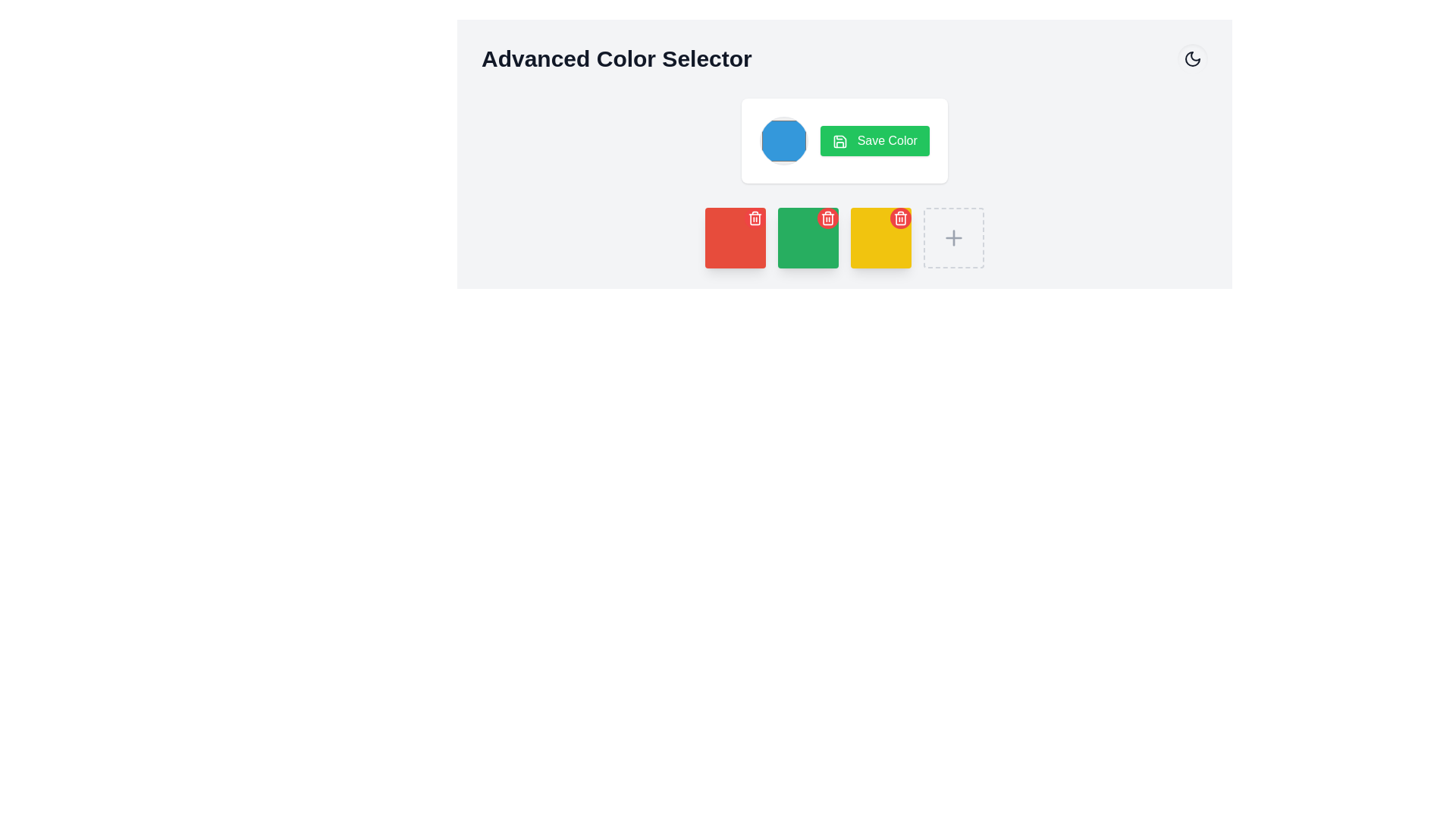 The width and height of the screenshot is (1456, 819). What do you see at coordinates (952, 237) in the screenshot?
I see `the button located at the bottom-right of the grid layout that adds a new item to the collection` at bounding box center [952, 237].